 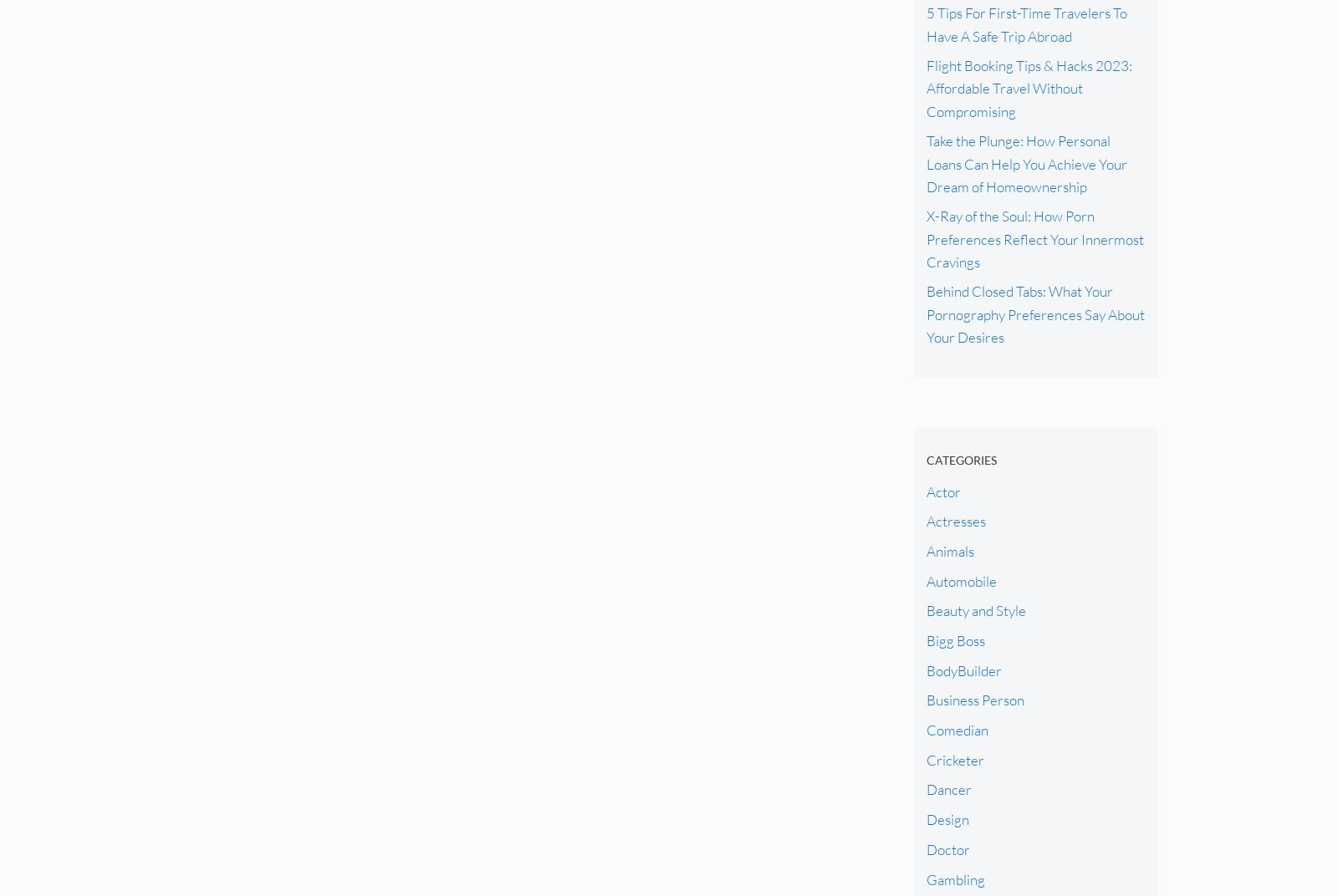 I want to click on 'BodyBuilder', so click(x=963, y=669).